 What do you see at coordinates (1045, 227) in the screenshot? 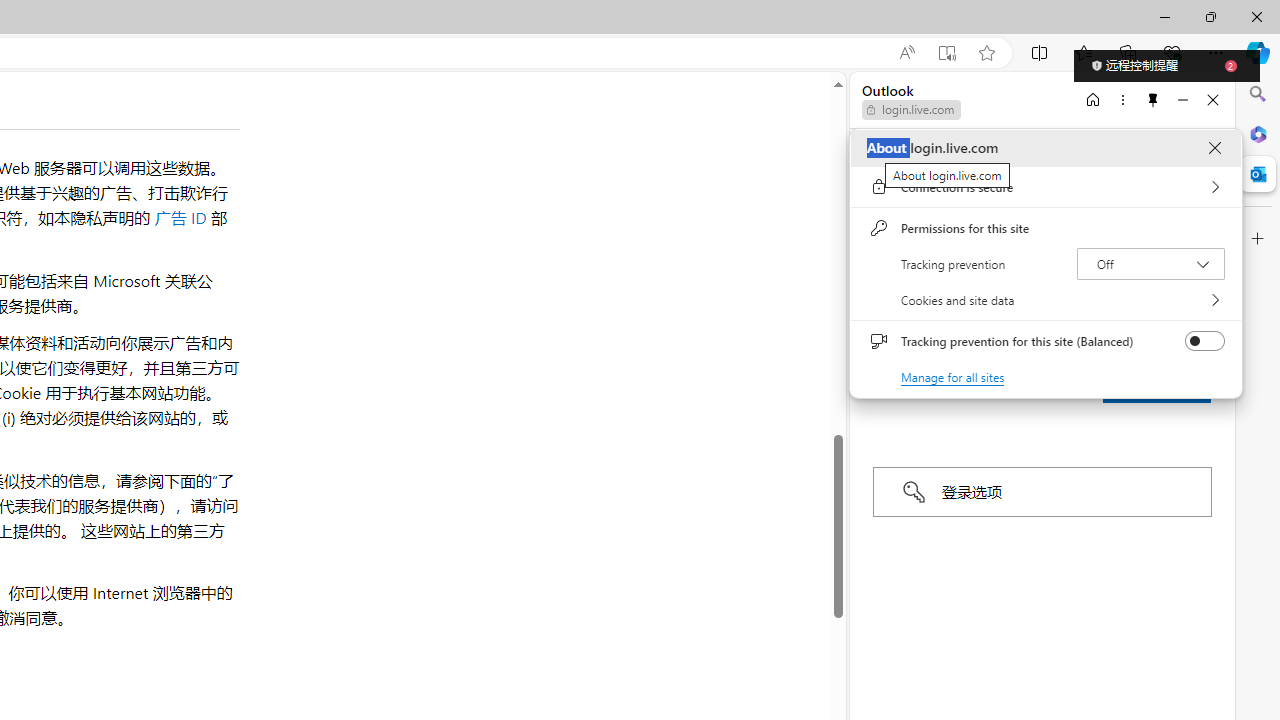
I see `'Permissions for this site'` at bounding box center [1045, 227].